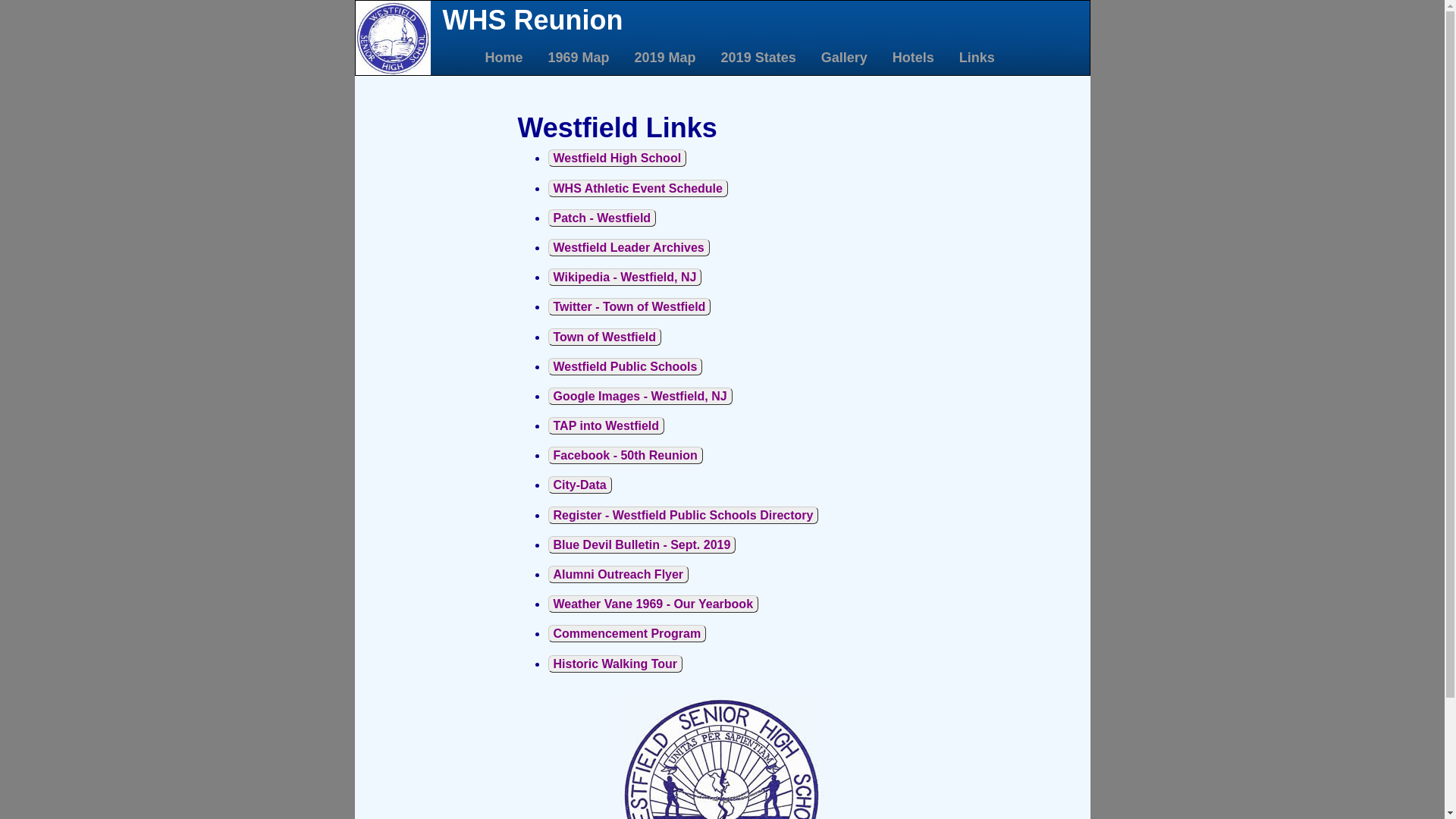 Image resolution: width=1456 pixels, height=819 pixels. I want to click on 'City-Data', so click(578, 485).